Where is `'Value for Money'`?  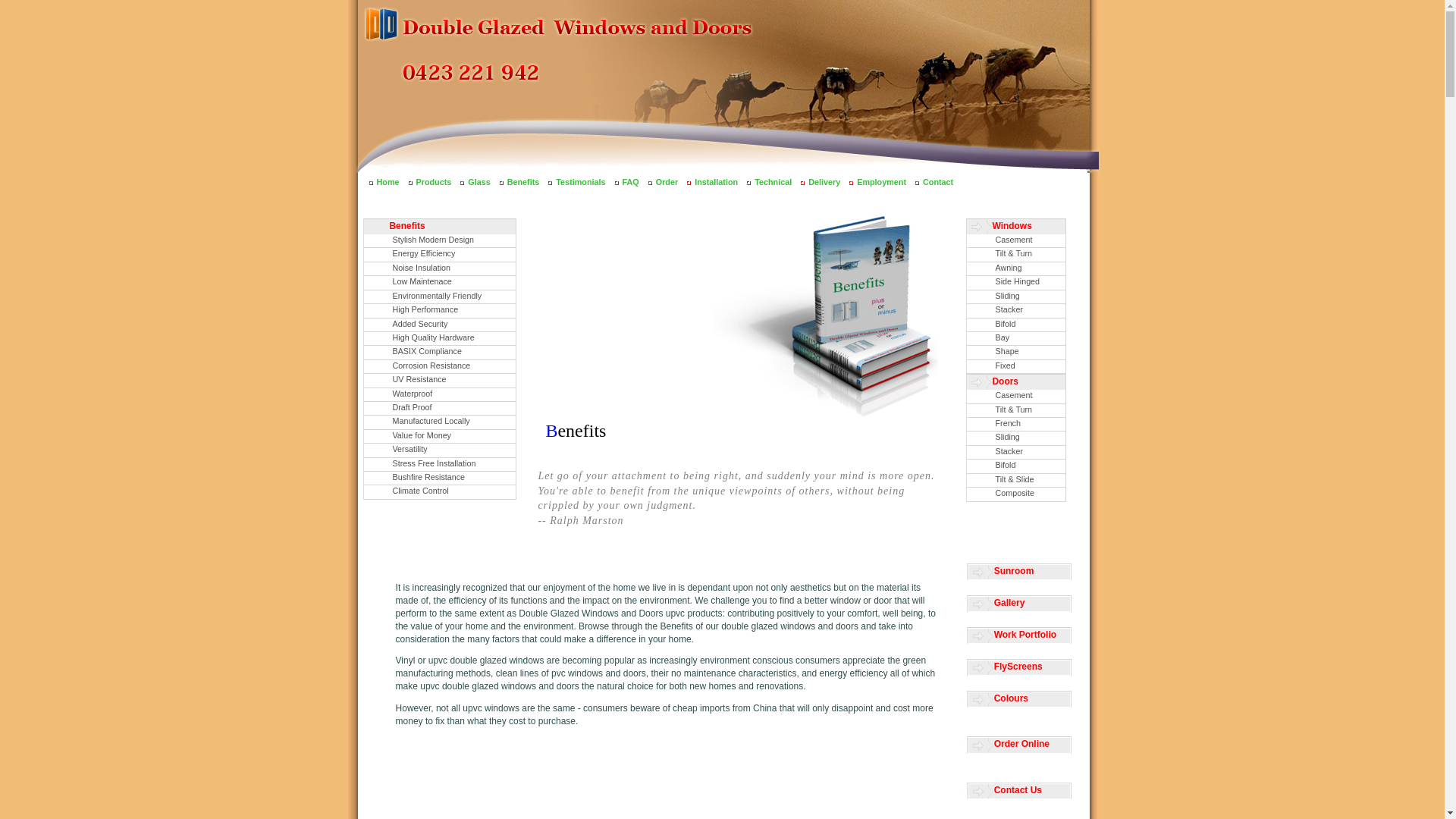
'Value for Money' is located at coordinates (439, 436).